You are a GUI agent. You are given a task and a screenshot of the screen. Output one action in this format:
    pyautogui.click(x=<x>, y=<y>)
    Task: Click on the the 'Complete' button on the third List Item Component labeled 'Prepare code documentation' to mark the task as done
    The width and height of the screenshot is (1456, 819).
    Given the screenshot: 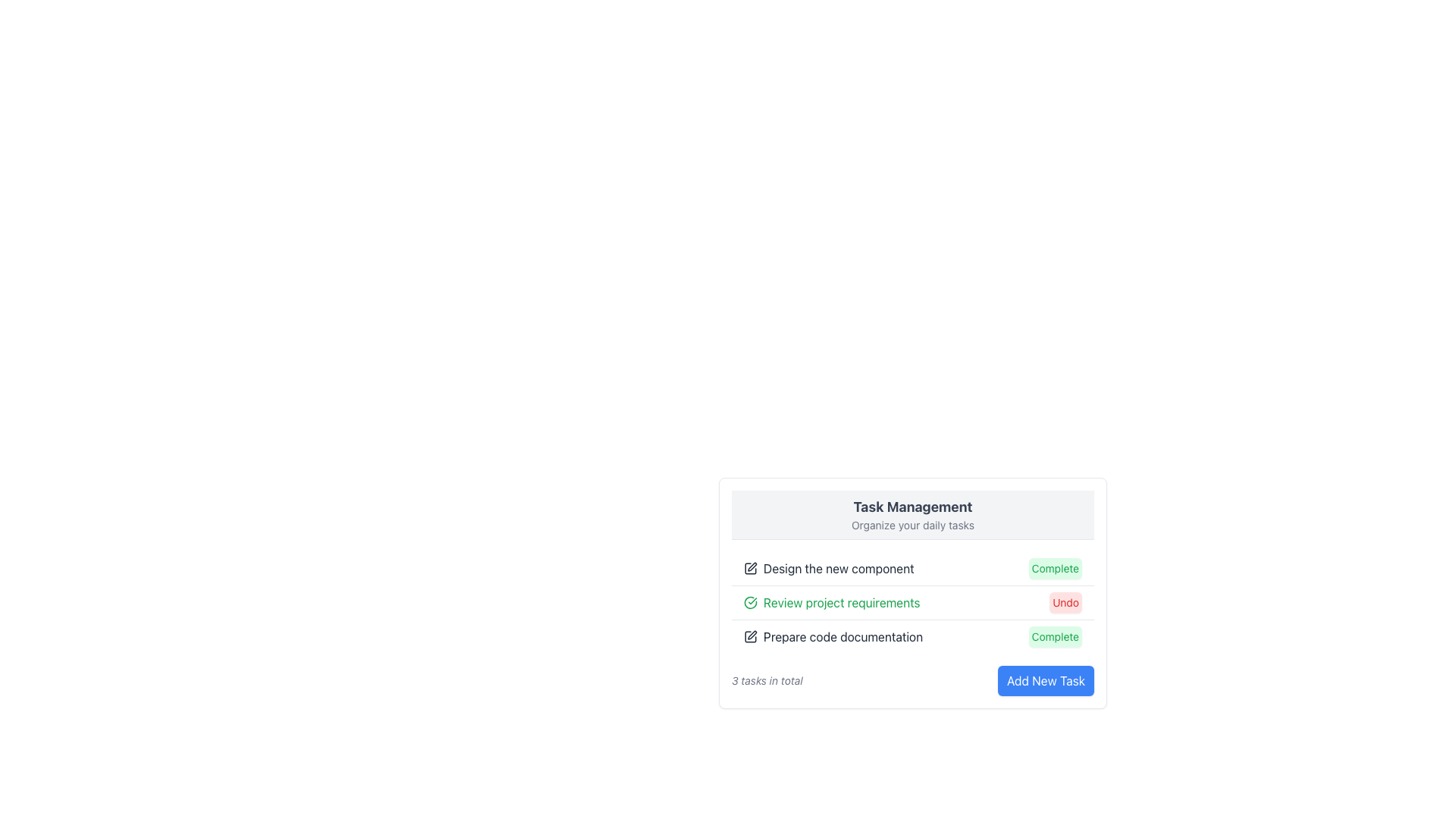 What is the action you would take?
    pyautogui.click(x=912, y=636)
    